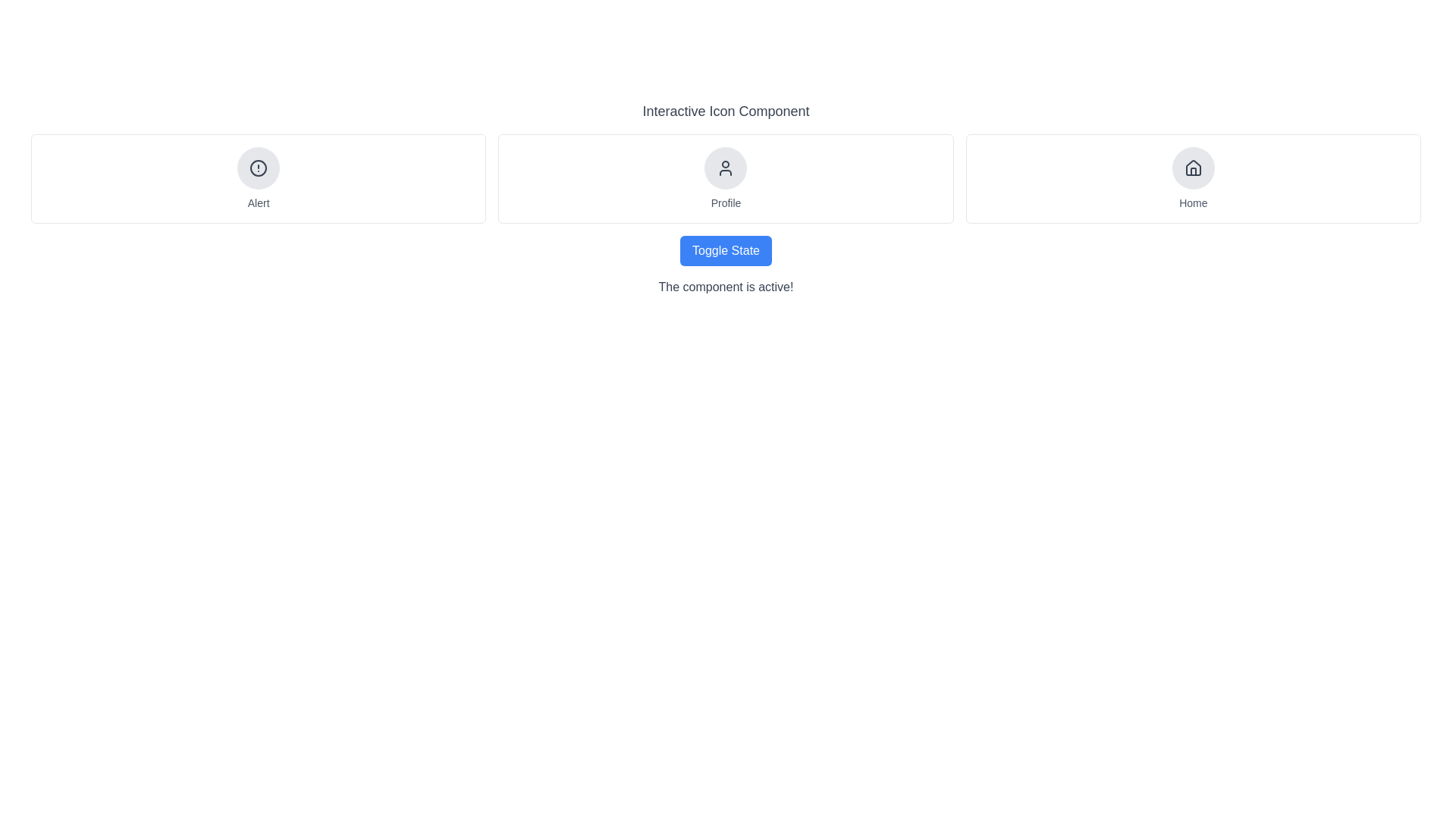  Describe the element at coordinates (725, 168) in the screenshot. I see `the user profile SVG icon located in the middle column of a three-column layout, adjacent to the 'Alert' icon on the left and the 'Home' icon on the right, which is part of a labeled button titled 'Profile'` at that location.